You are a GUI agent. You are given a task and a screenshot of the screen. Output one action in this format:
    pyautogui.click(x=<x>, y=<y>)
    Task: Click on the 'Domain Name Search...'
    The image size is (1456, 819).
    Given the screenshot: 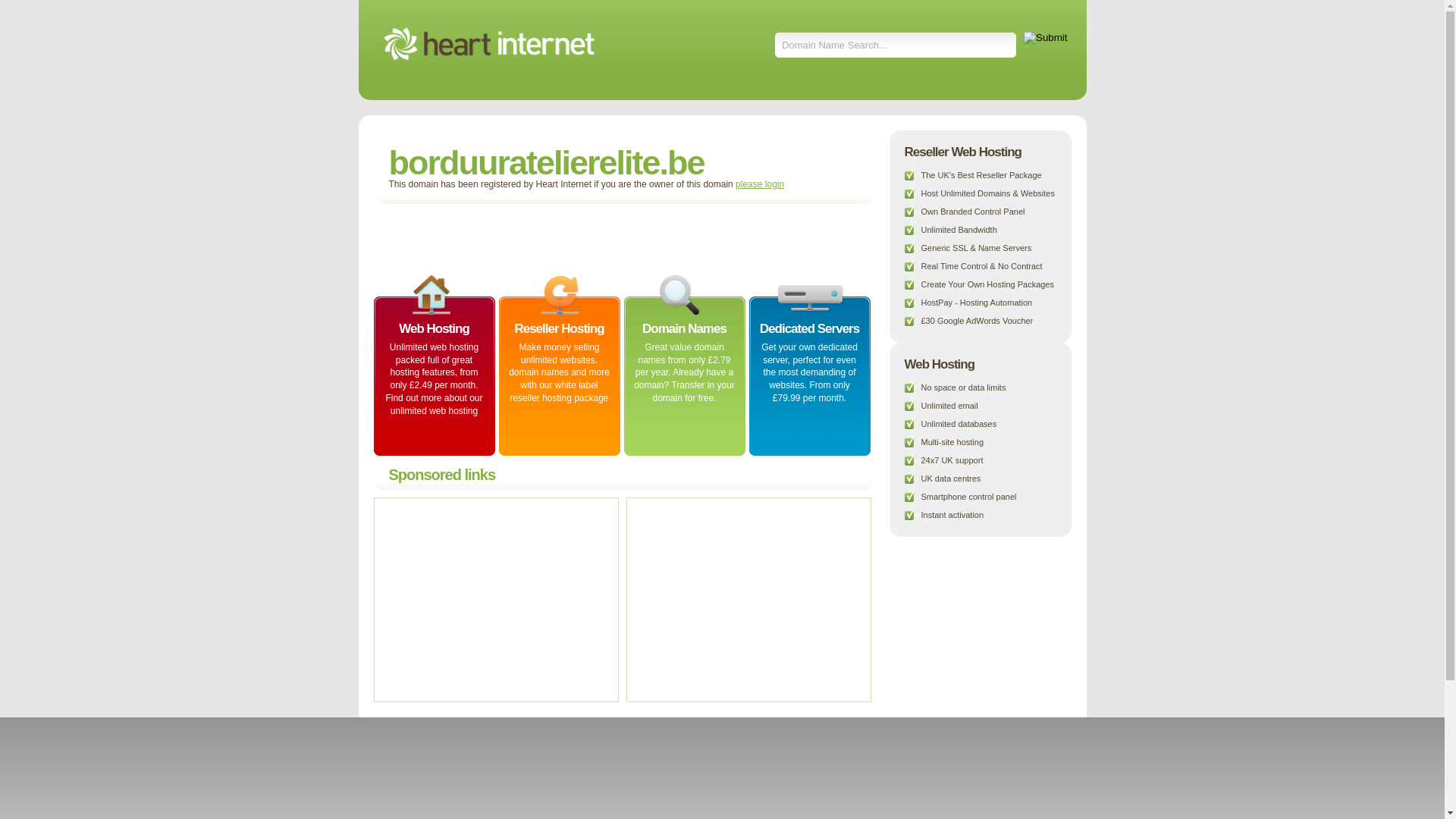 What is the action you would take?
    pyautogui.click(x=895, y=44)
    